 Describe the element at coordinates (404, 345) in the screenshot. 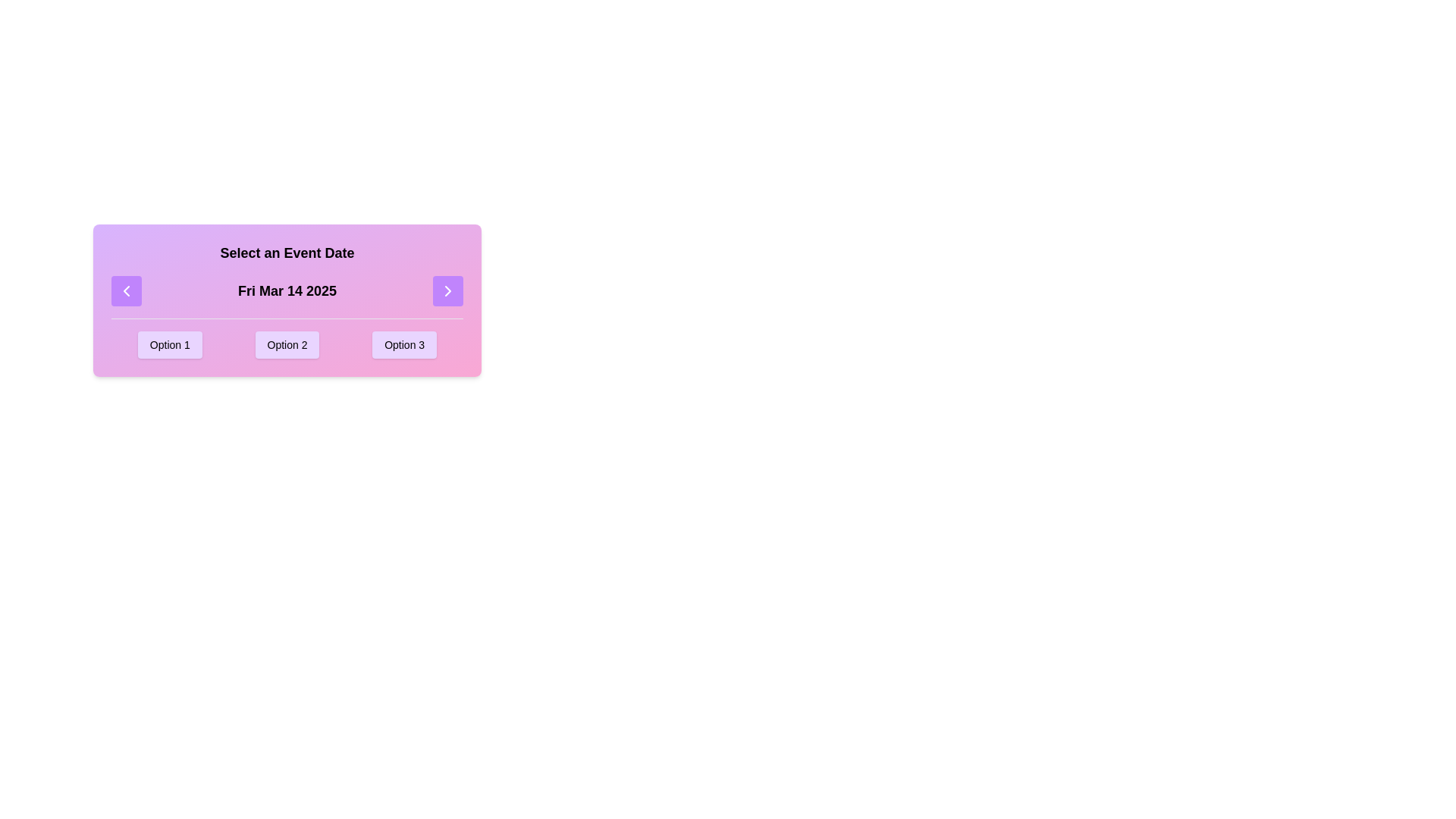

I see `the third button labeled 'Option 3'` at that location.